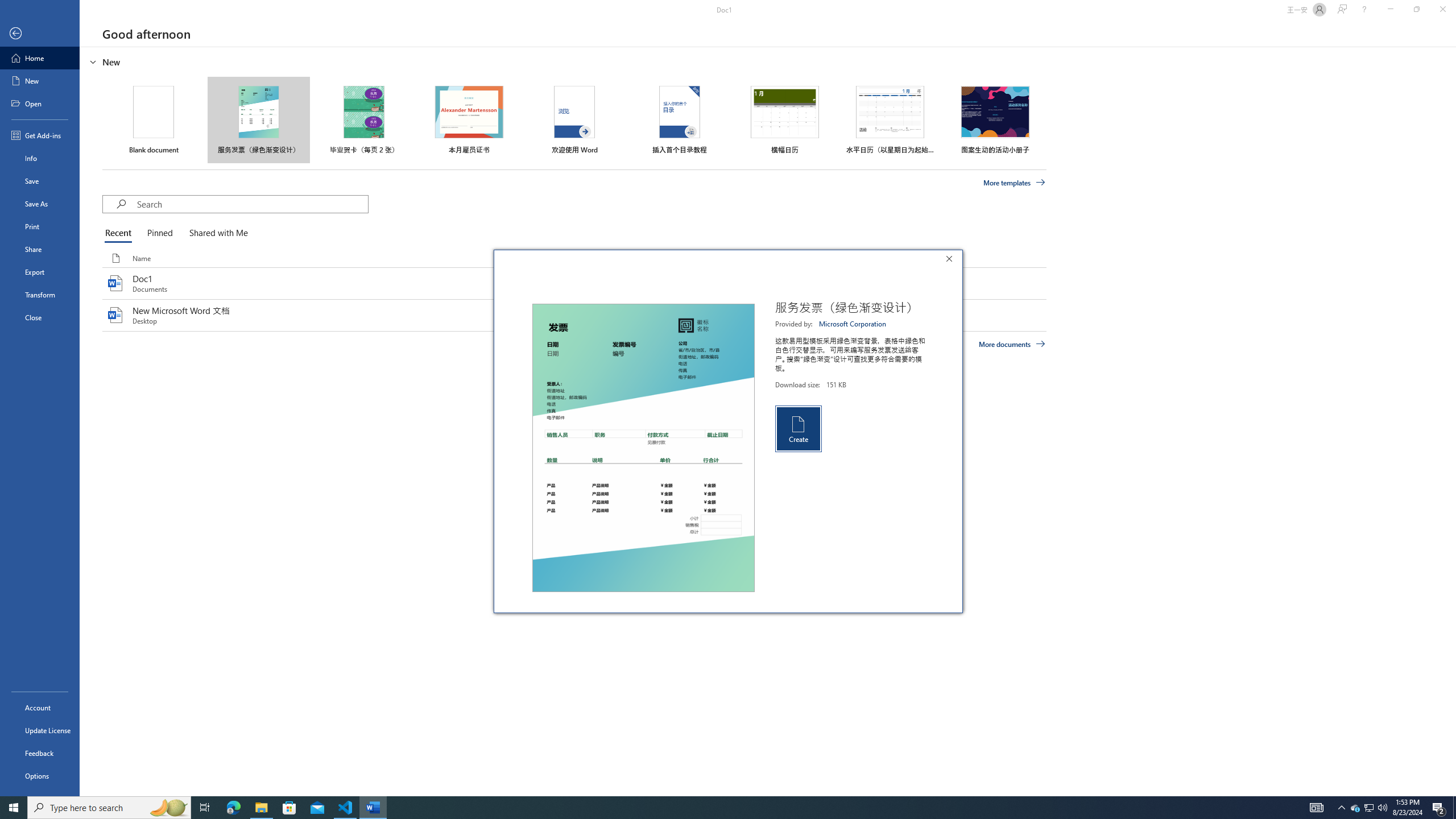 The image size is (1456, 819). Describe the element at coordinates (109, 806) in the screenshot. I see `'Type here to search'` at that location.